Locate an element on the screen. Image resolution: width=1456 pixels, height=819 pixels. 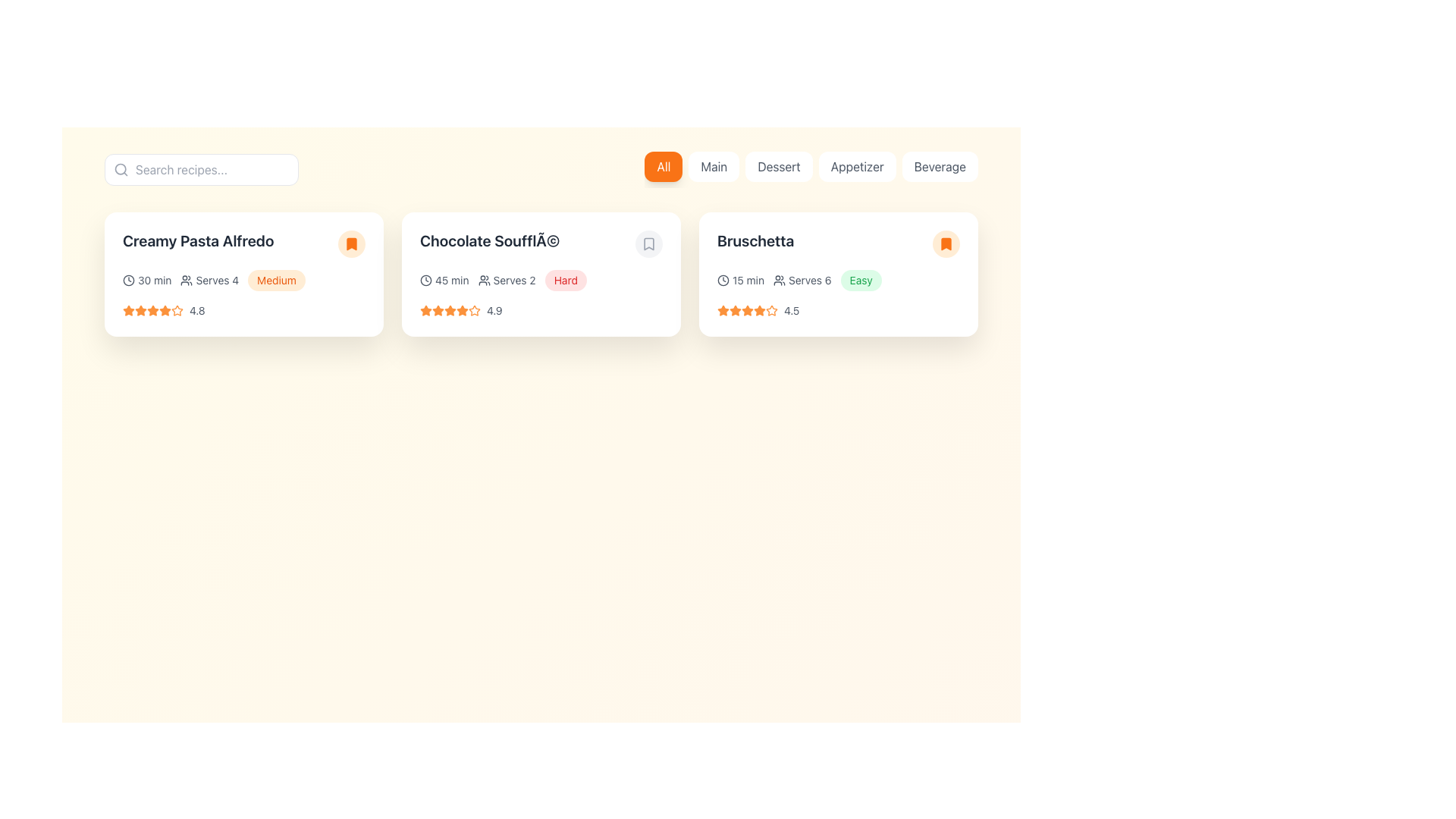
the third orange star icon in the rating system for the 'Creamy Pasta Alfredo' card to interact with the rating value is located at coordinates (152, 309).